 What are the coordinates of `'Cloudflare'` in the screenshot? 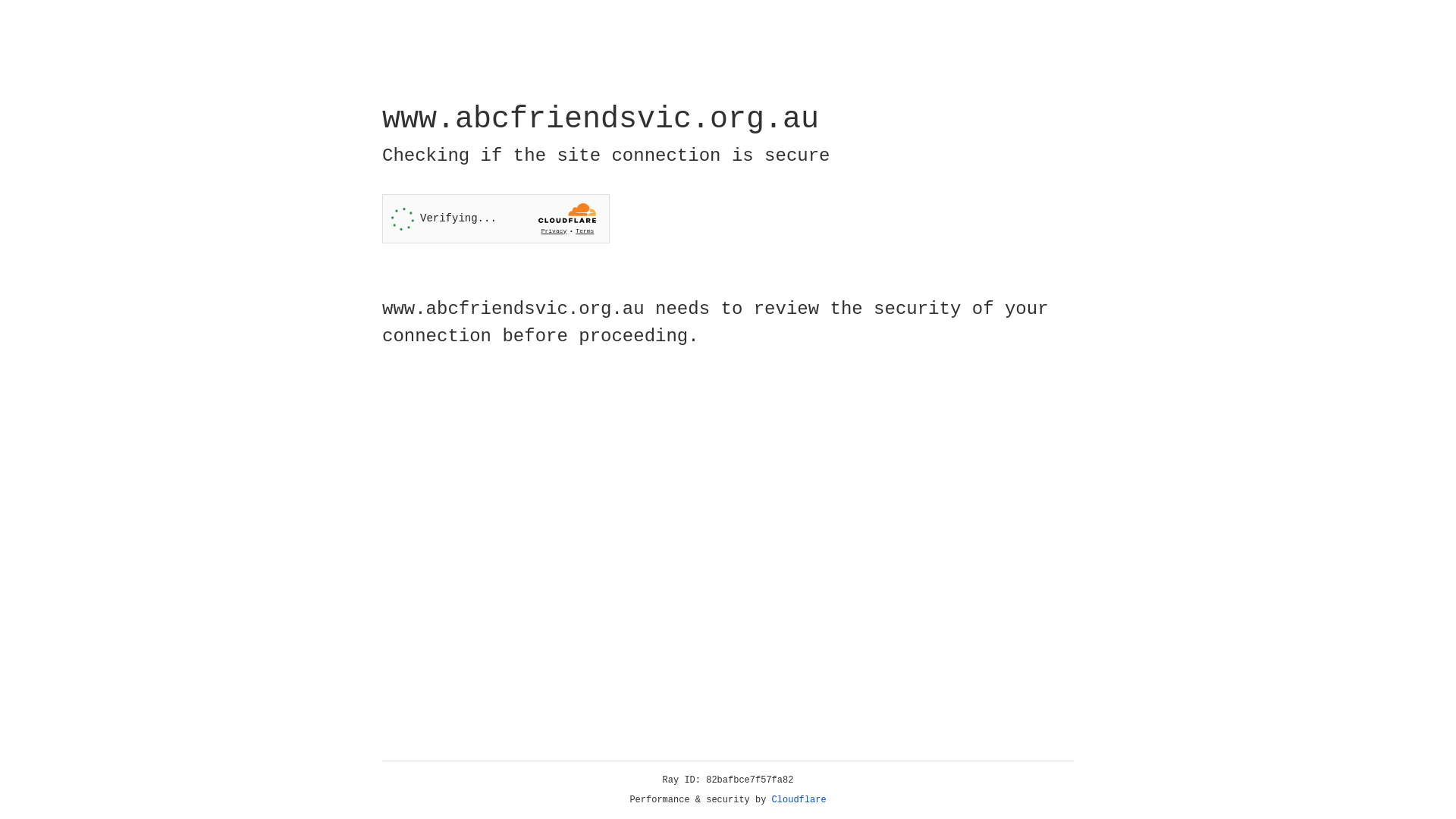 It's located at (799, 799).